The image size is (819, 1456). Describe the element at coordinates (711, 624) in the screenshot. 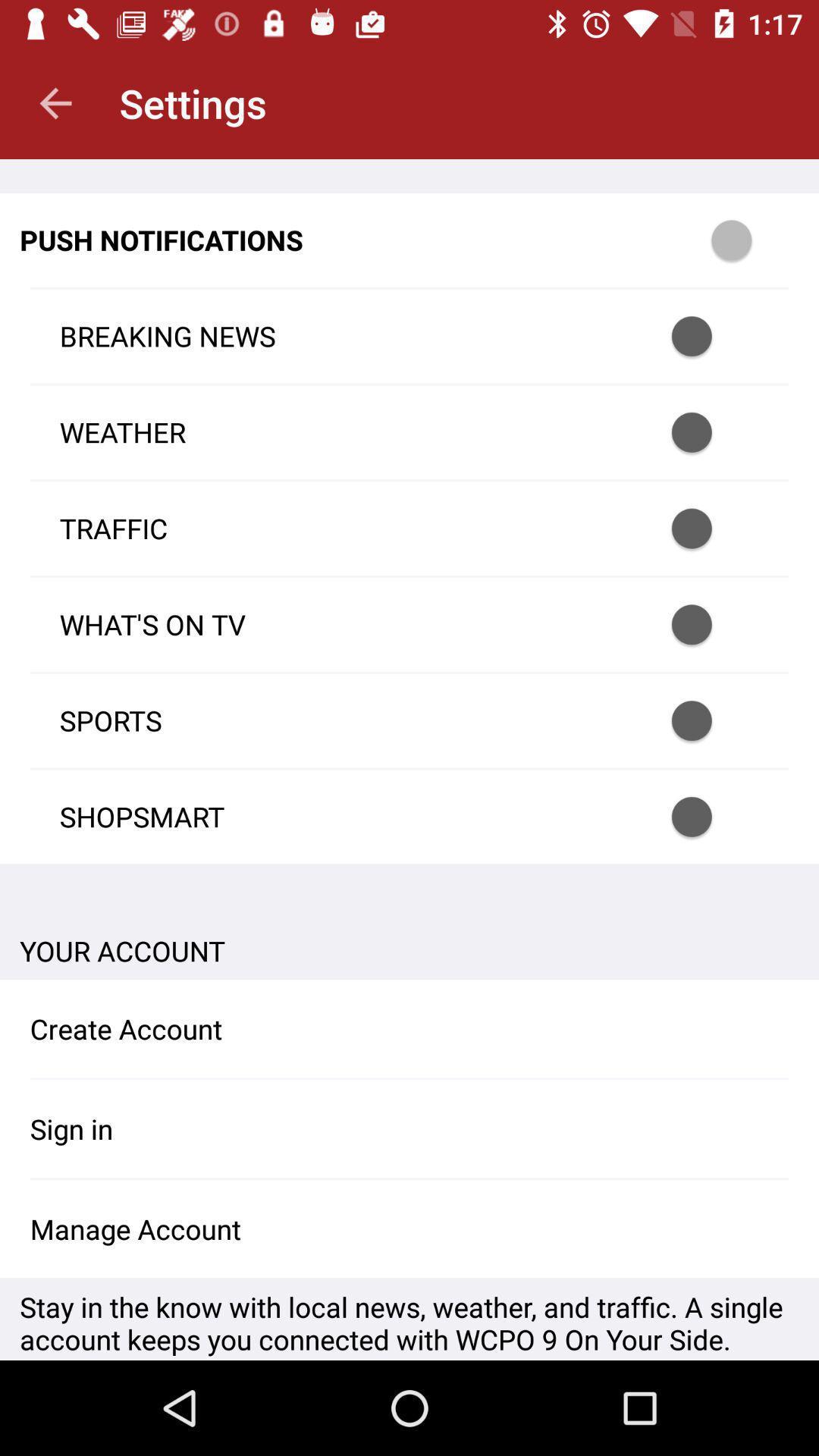

I see `push notification option` at that location.